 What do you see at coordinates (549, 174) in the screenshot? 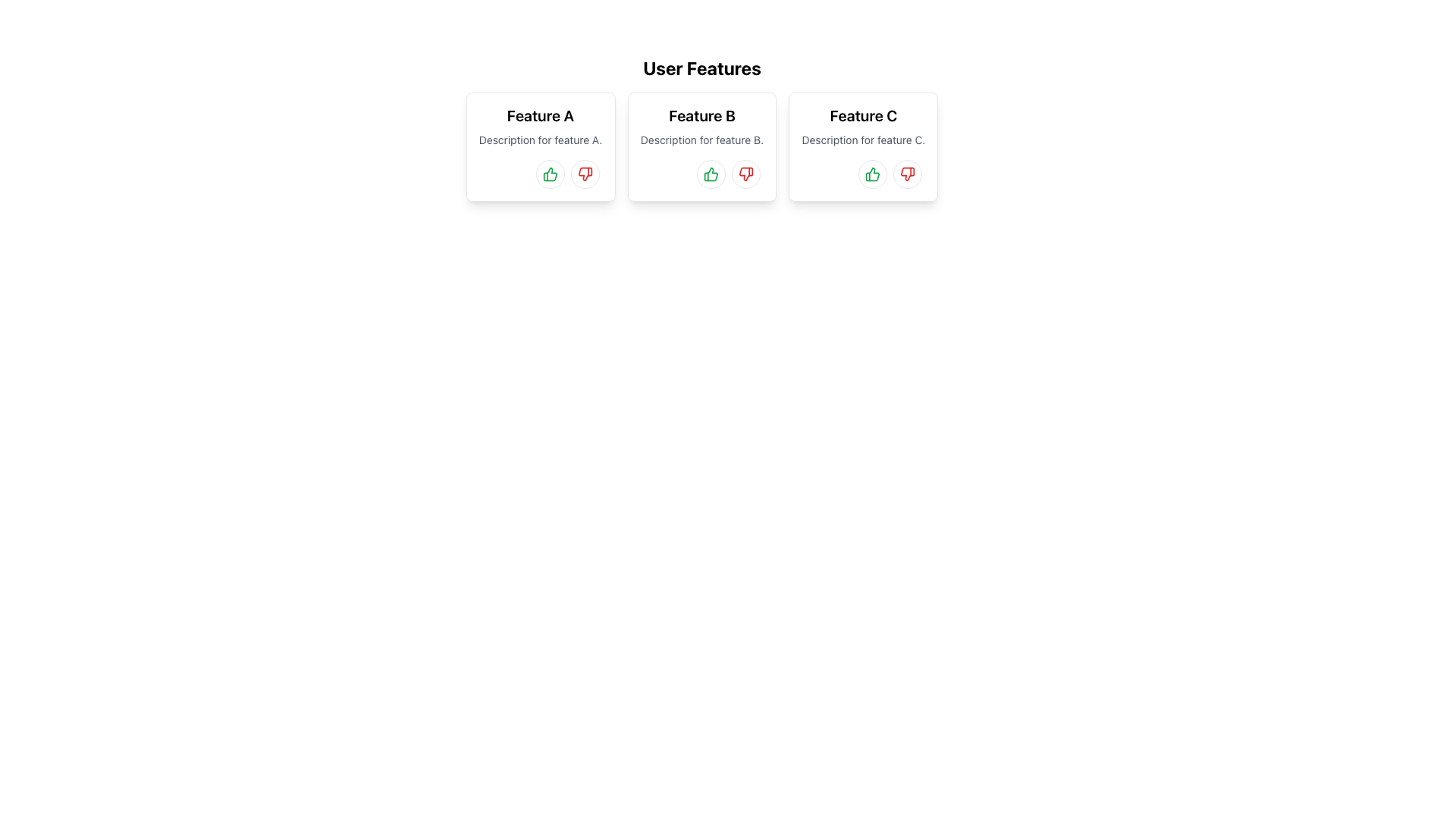
I see `the 'like' button located in the bottom-right area of the card for 'Feature A' to observe effects` at bounding box center [549, 174].